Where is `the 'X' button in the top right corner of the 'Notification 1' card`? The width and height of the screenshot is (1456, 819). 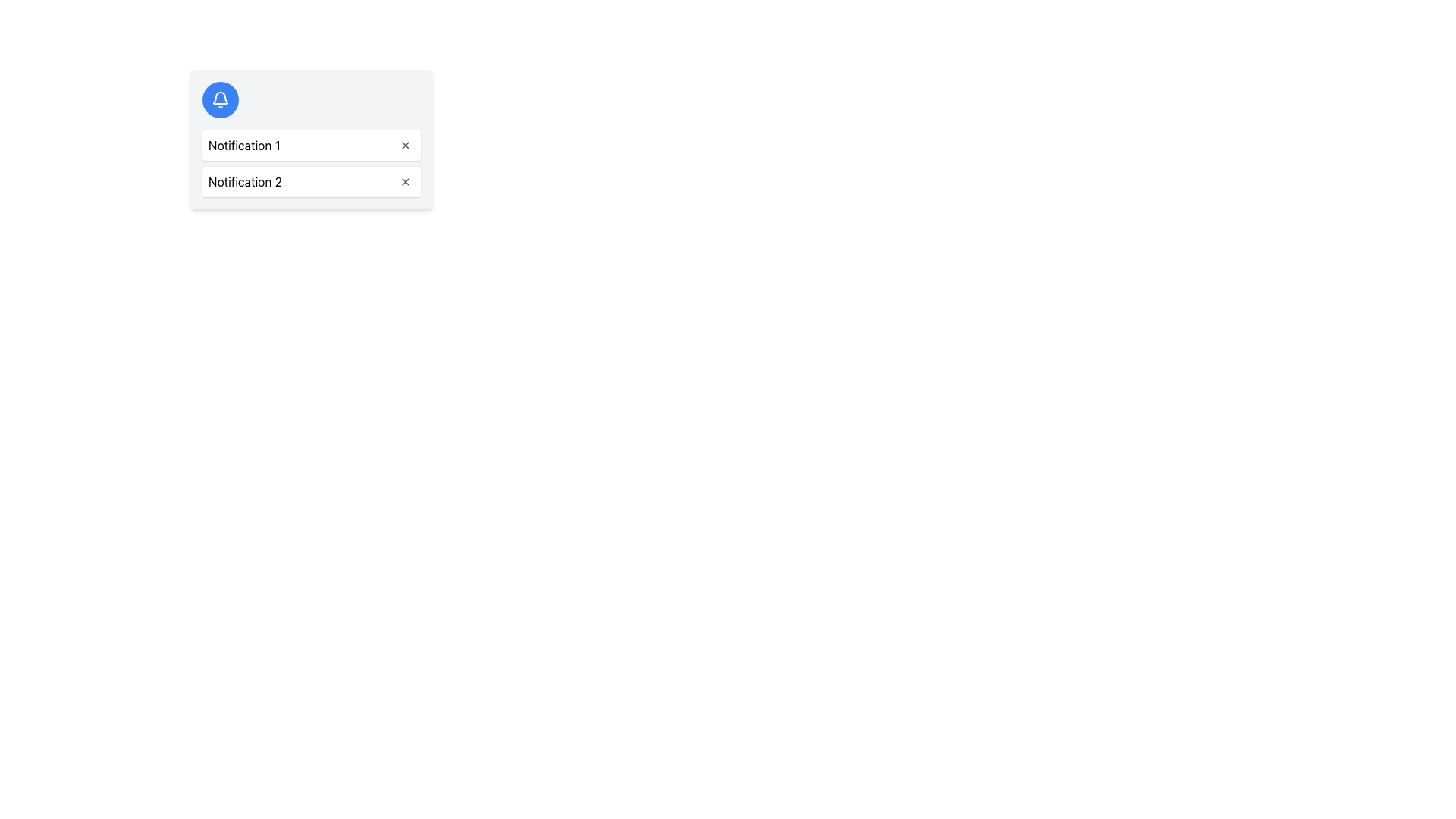
the 'X' button in the top right corner of the 'Notification 1' card is located at coordinates (405, 146).